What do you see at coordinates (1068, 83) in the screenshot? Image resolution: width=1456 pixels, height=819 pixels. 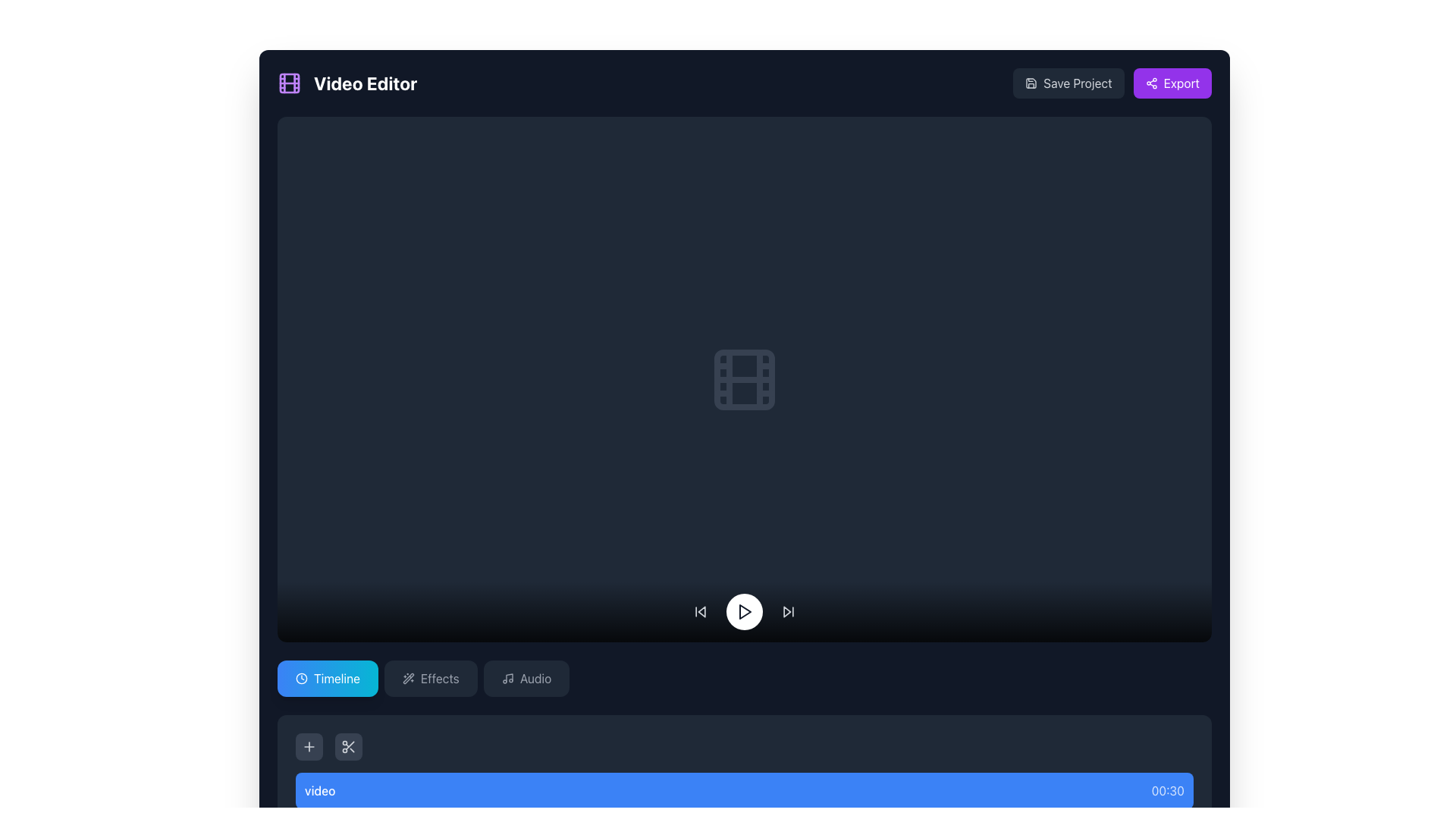 I see `the save button located at the top-right corner of the interface` at bounding box center [1068, 83].